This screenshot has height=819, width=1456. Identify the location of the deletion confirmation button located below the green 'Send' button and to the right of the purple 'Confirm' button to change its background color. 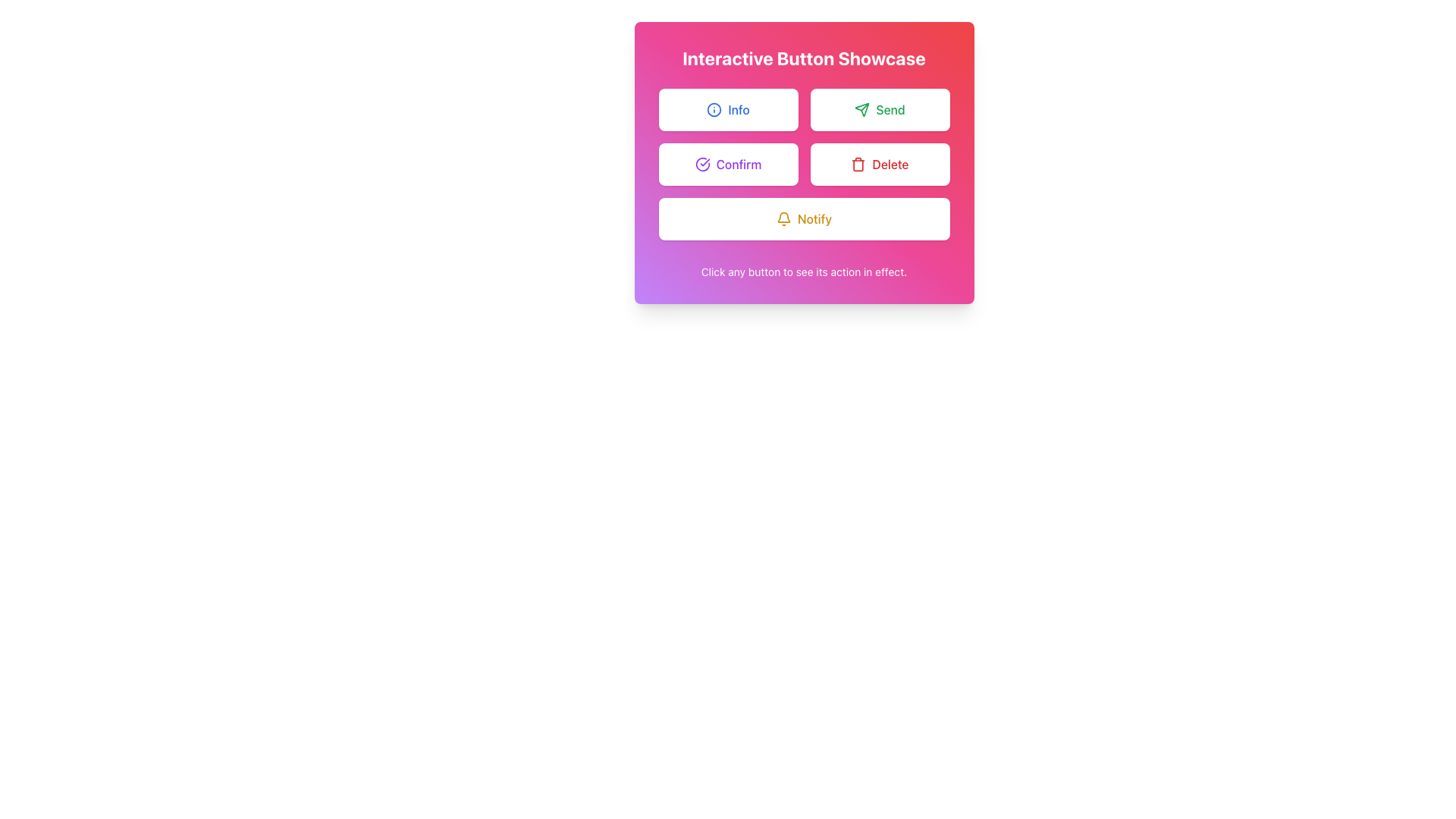
(880, 164).